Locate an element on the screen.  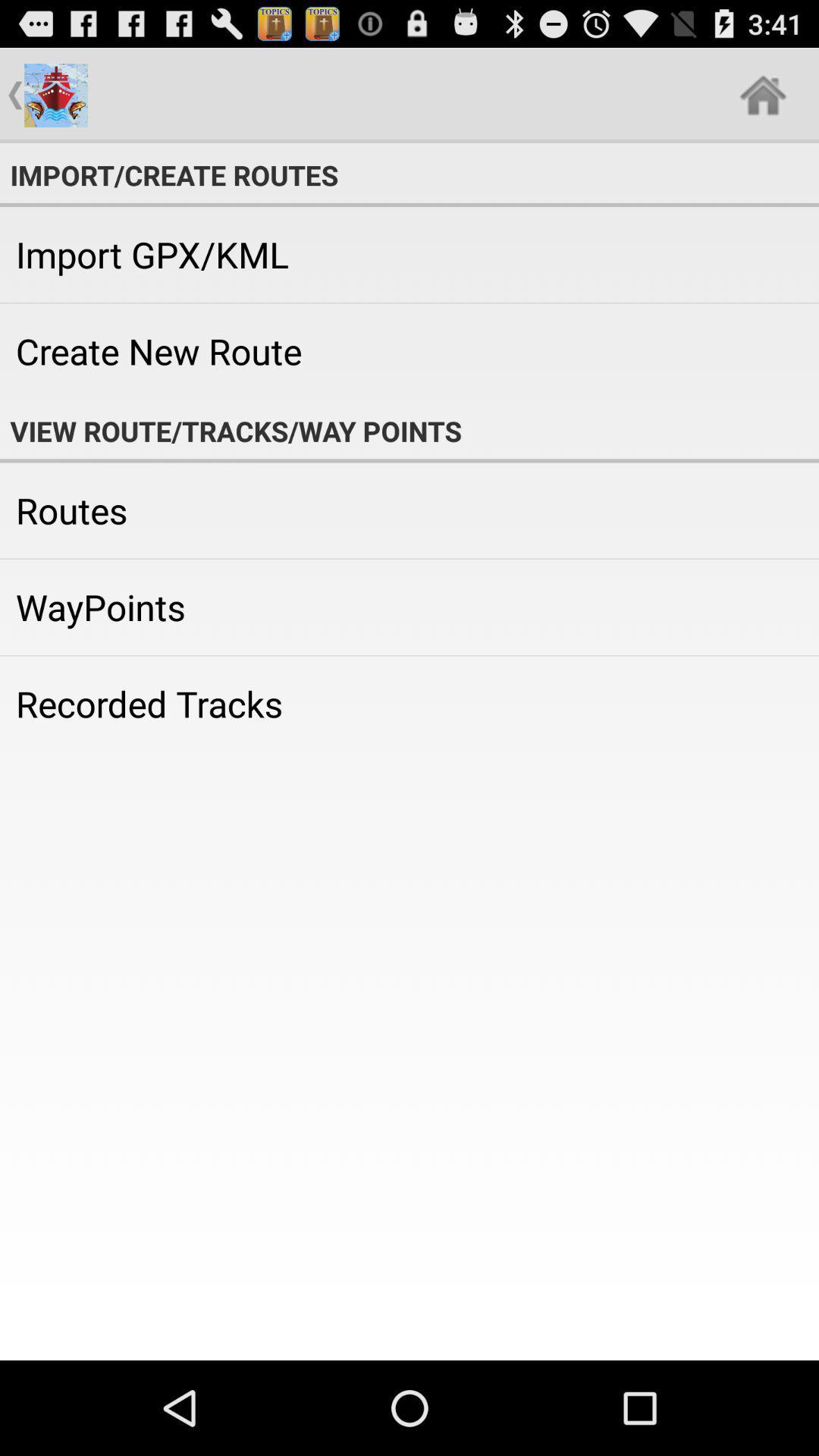
the create new route icon is located at coordinates (409, 350).